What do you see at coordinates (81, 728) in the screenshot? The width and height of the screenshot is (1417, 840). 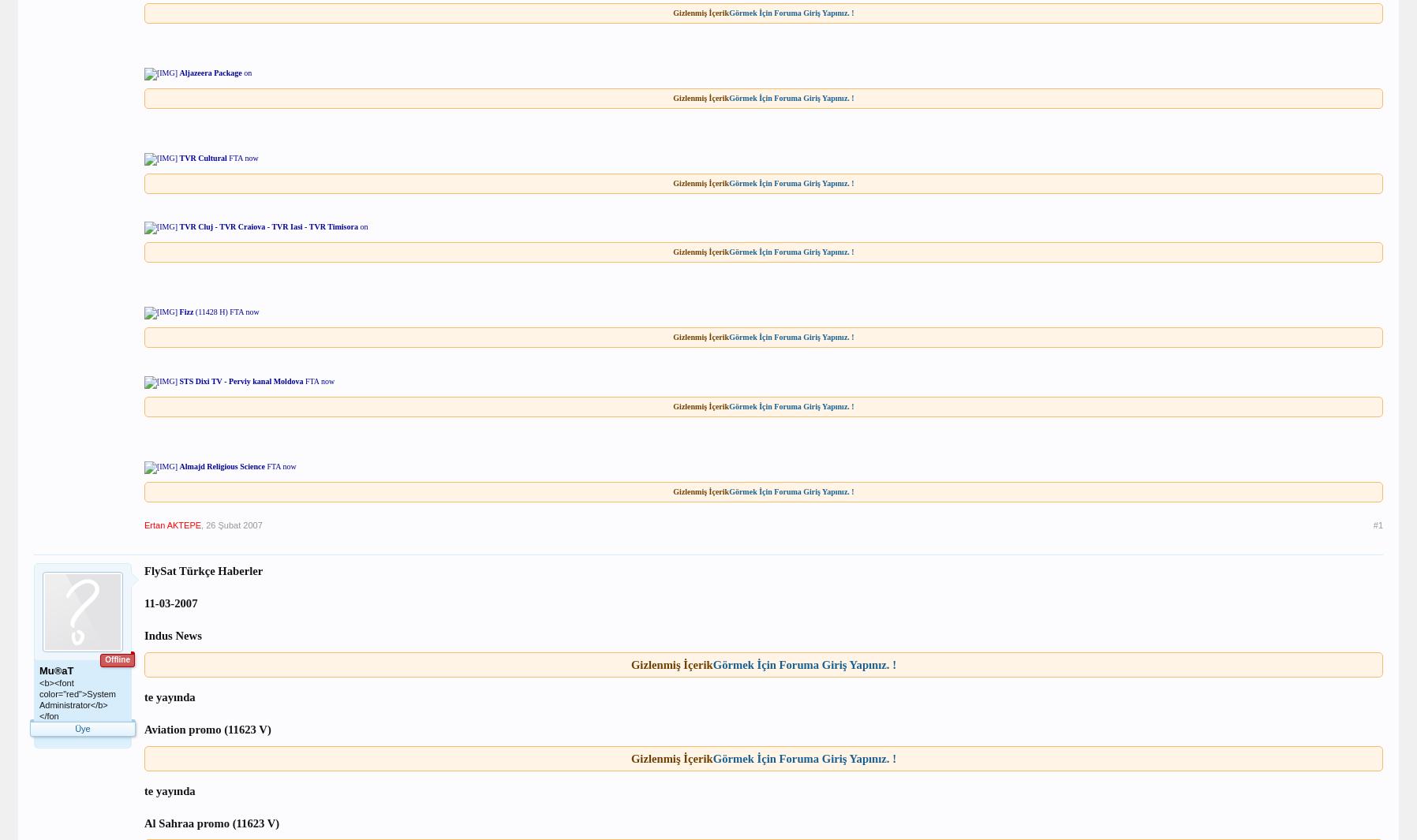 I see `'Üye'` at bounding box center [81, 728].